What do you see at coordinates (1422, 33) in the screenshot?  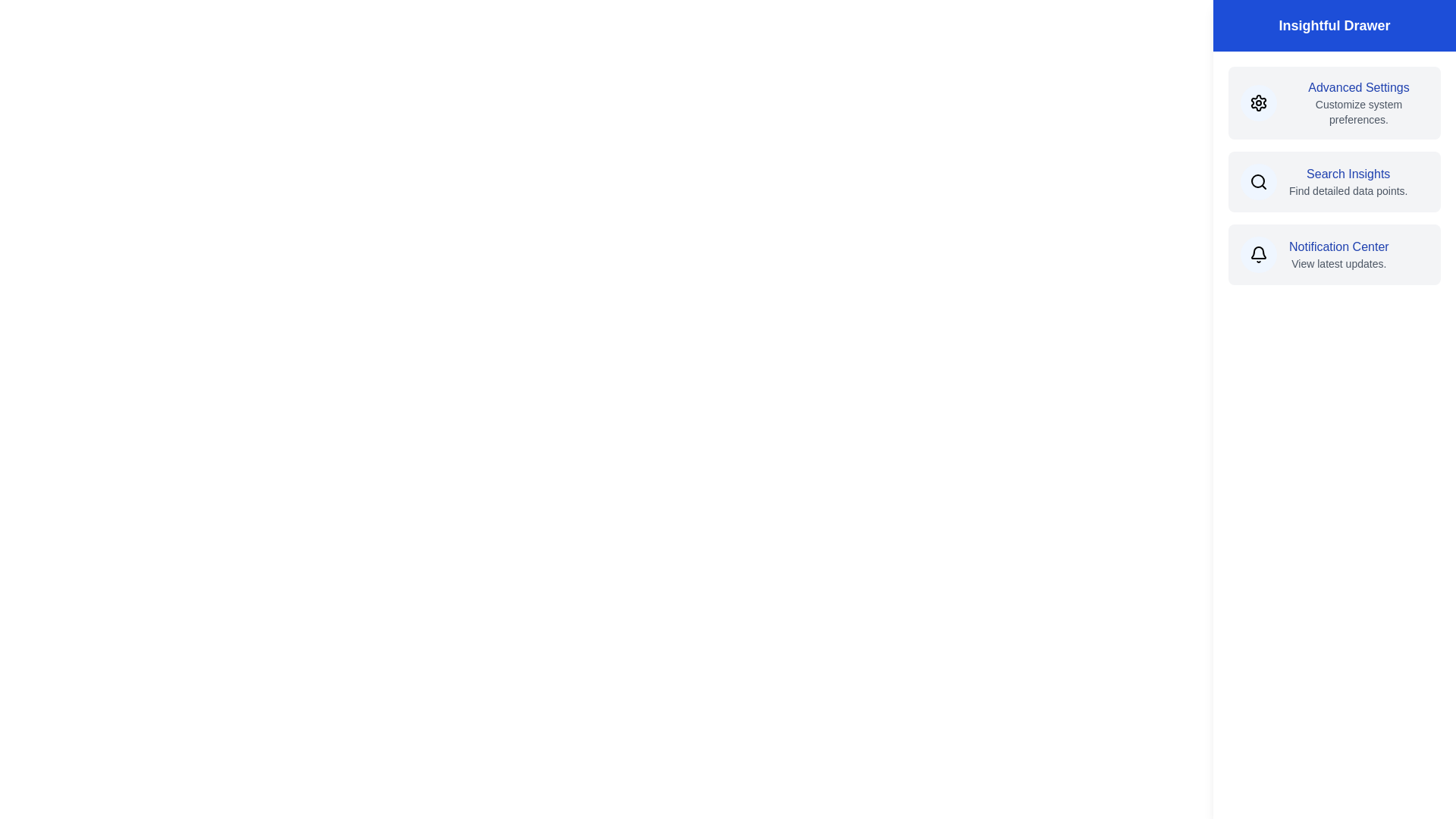 I see `toggle button at the top-right corner to toggle the drawer` at bounding box center [1422, 33].